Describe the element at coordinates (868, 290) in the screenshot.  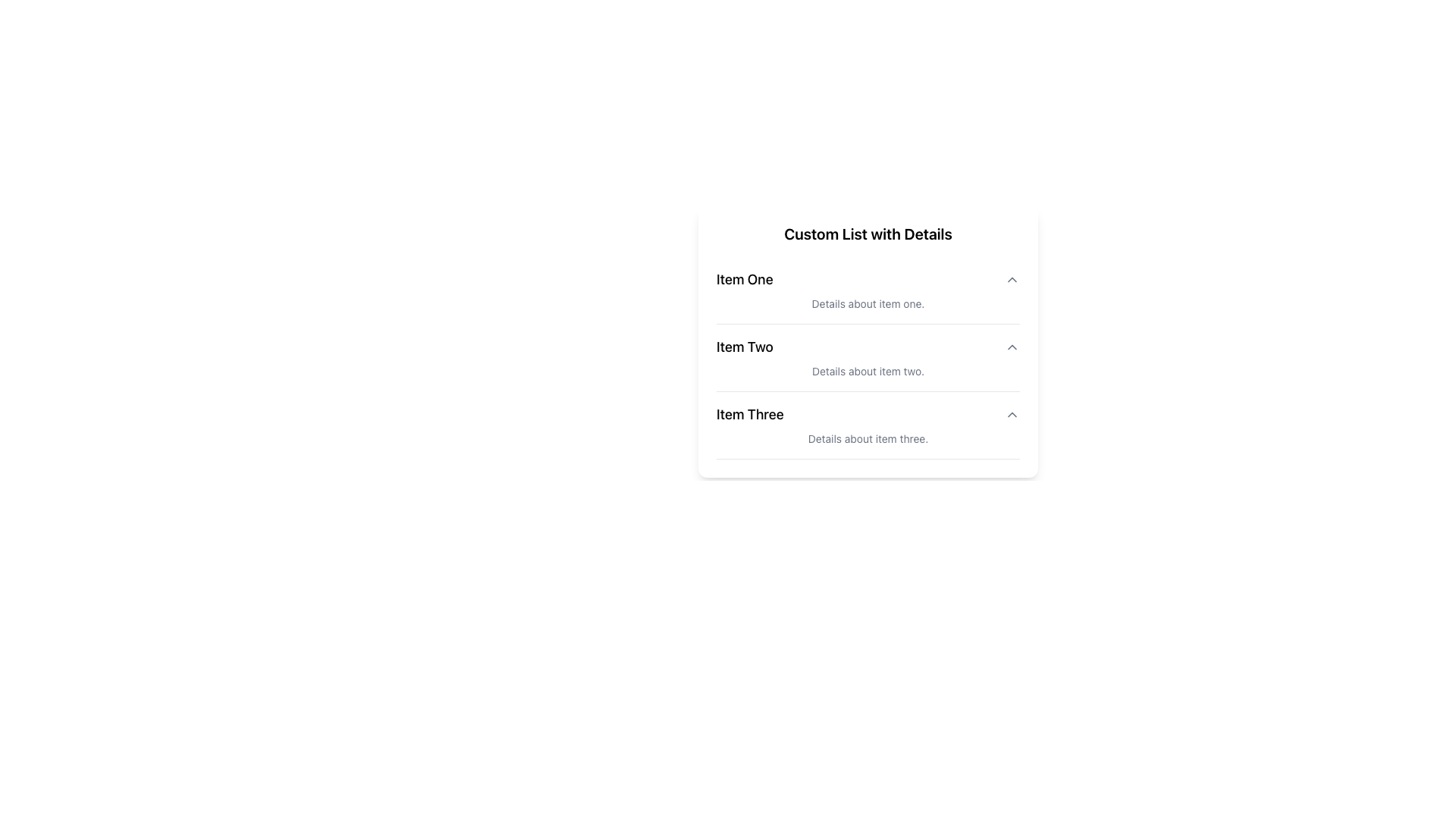
I see `the first list item titled 'Item One' which includes a bold title and a description` at that location.